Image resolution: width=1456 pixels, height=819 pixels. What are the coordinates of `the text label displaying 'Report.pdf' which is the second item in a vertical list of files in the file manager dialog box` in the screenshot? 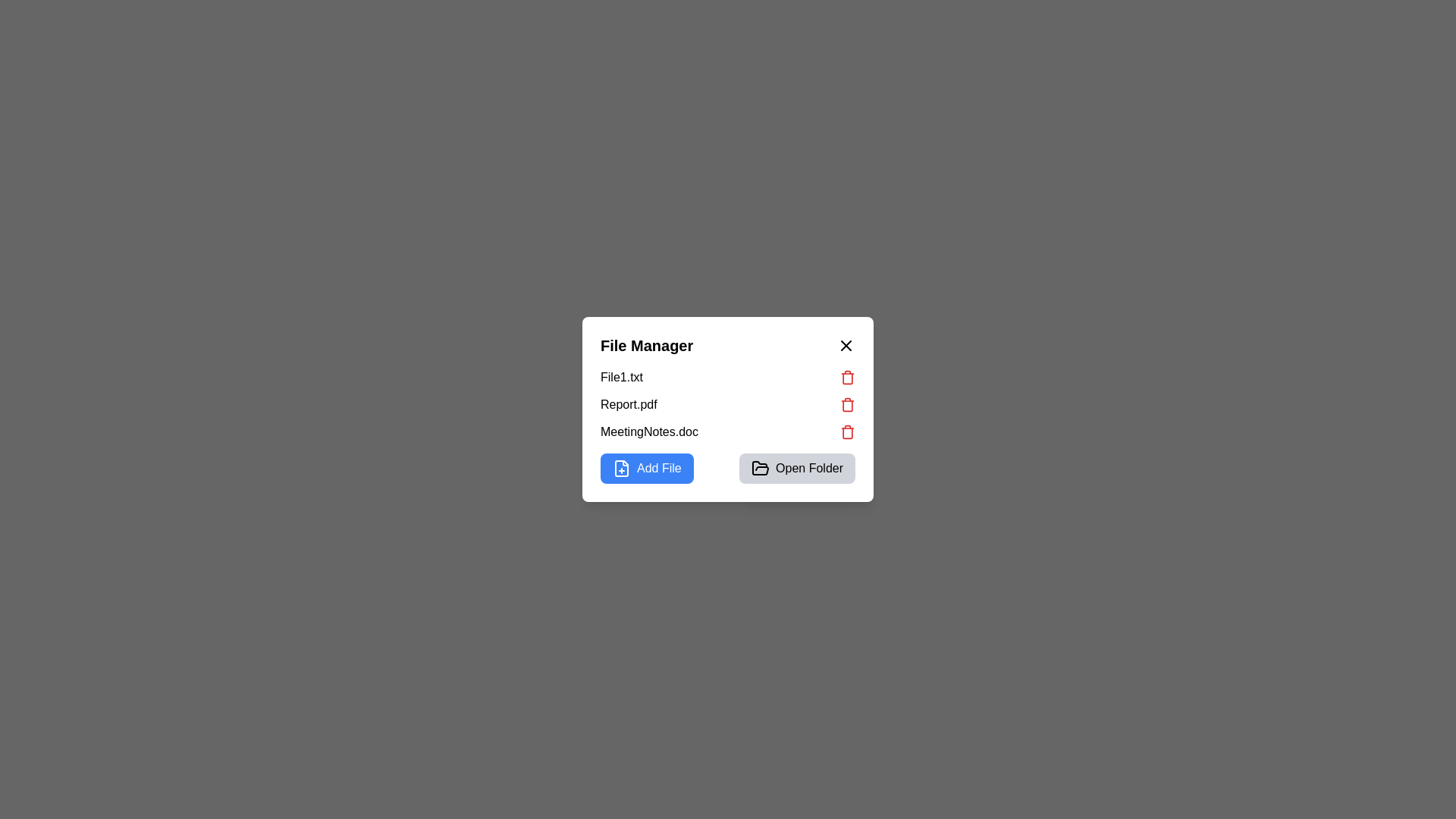 It's located at (629, 403).